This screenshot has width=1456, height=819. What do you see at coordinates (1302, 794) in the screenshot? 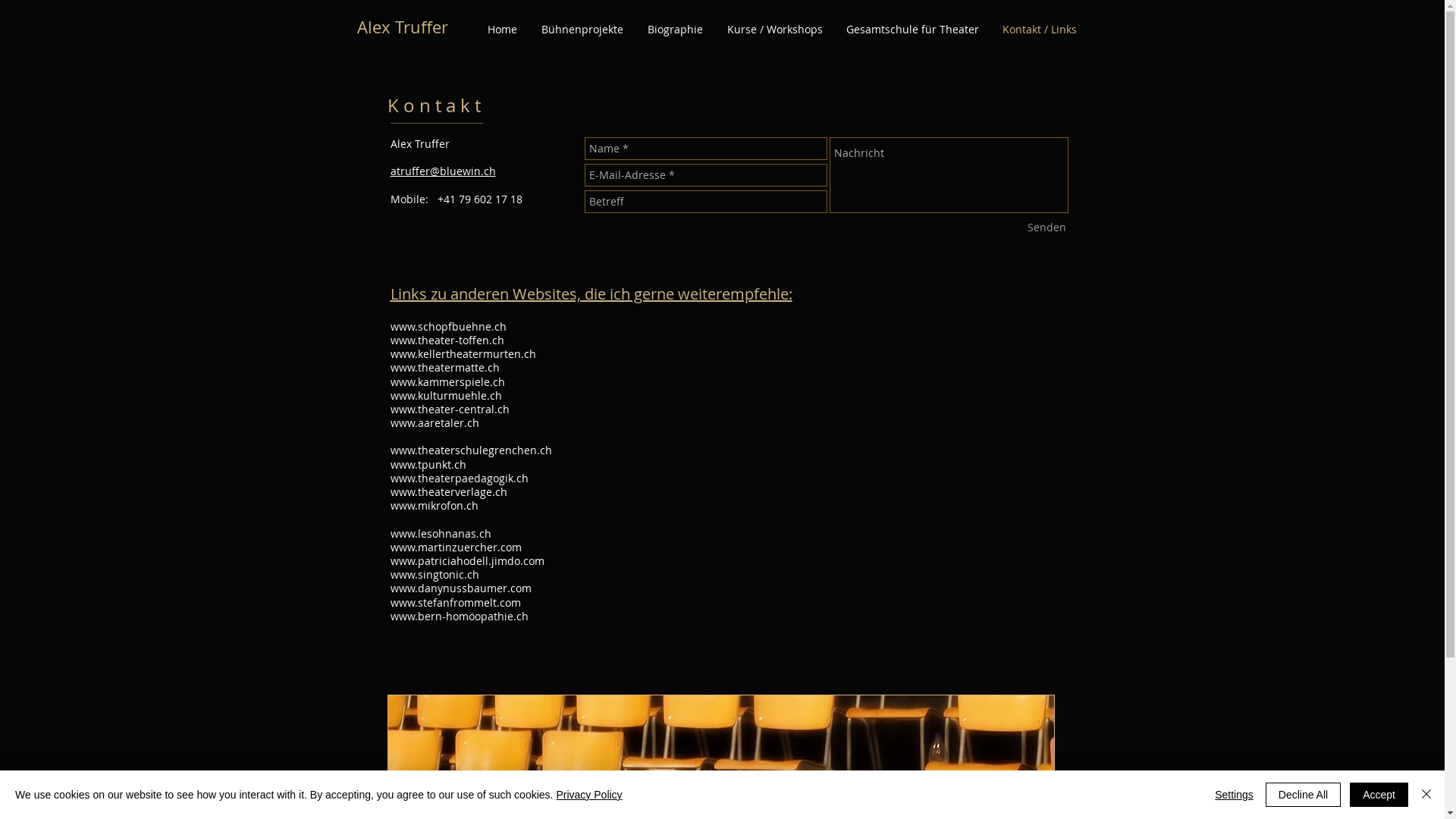
I see `'Decline All'` at bounding box center [1302, 794].